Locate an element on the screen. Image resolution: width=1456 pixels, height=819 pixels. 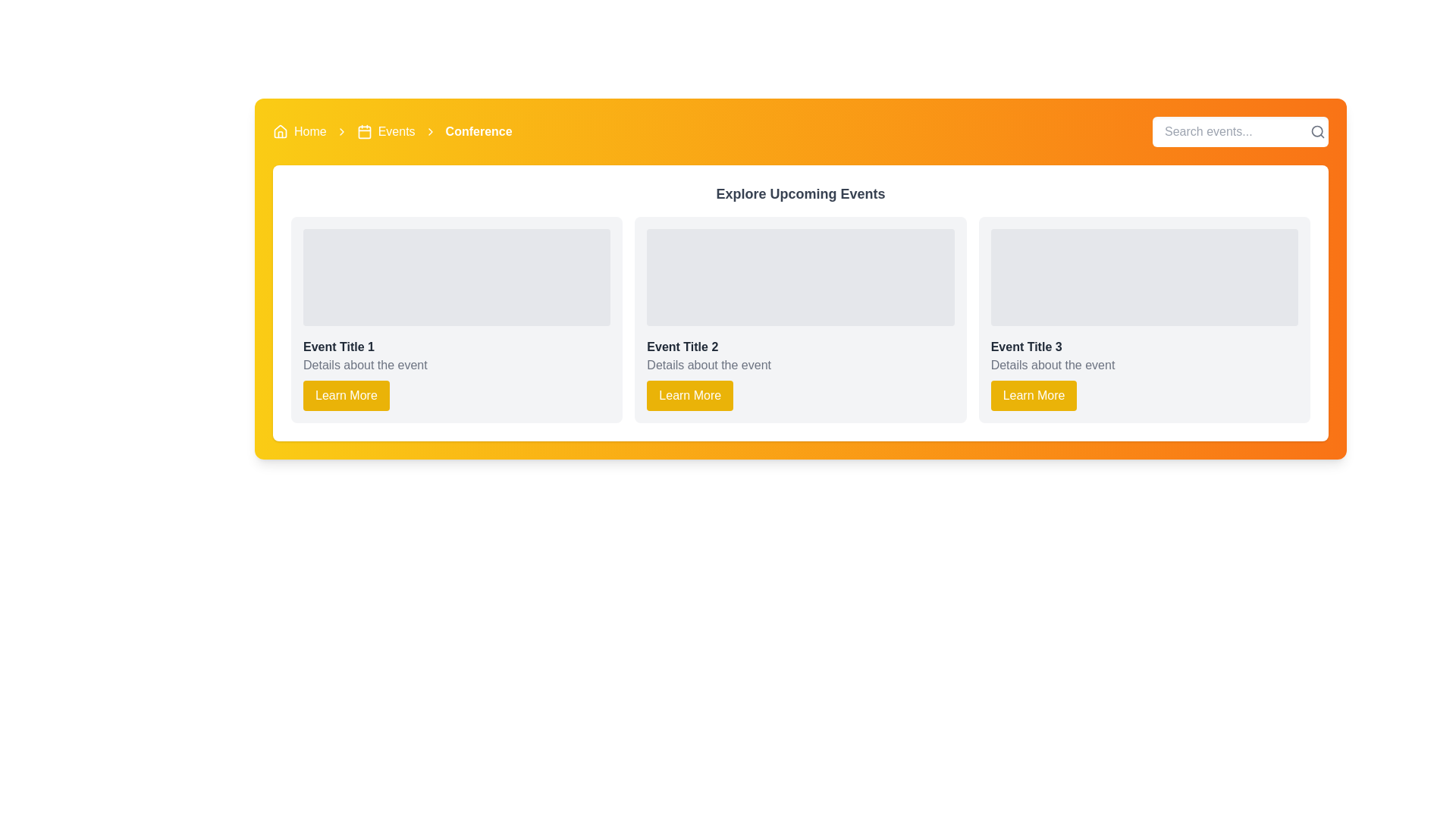
text content of the 'Conference' text label, which is styled with a white bold font and is part of a breadcrumb navigation bar is located at coordinates (478, 130).